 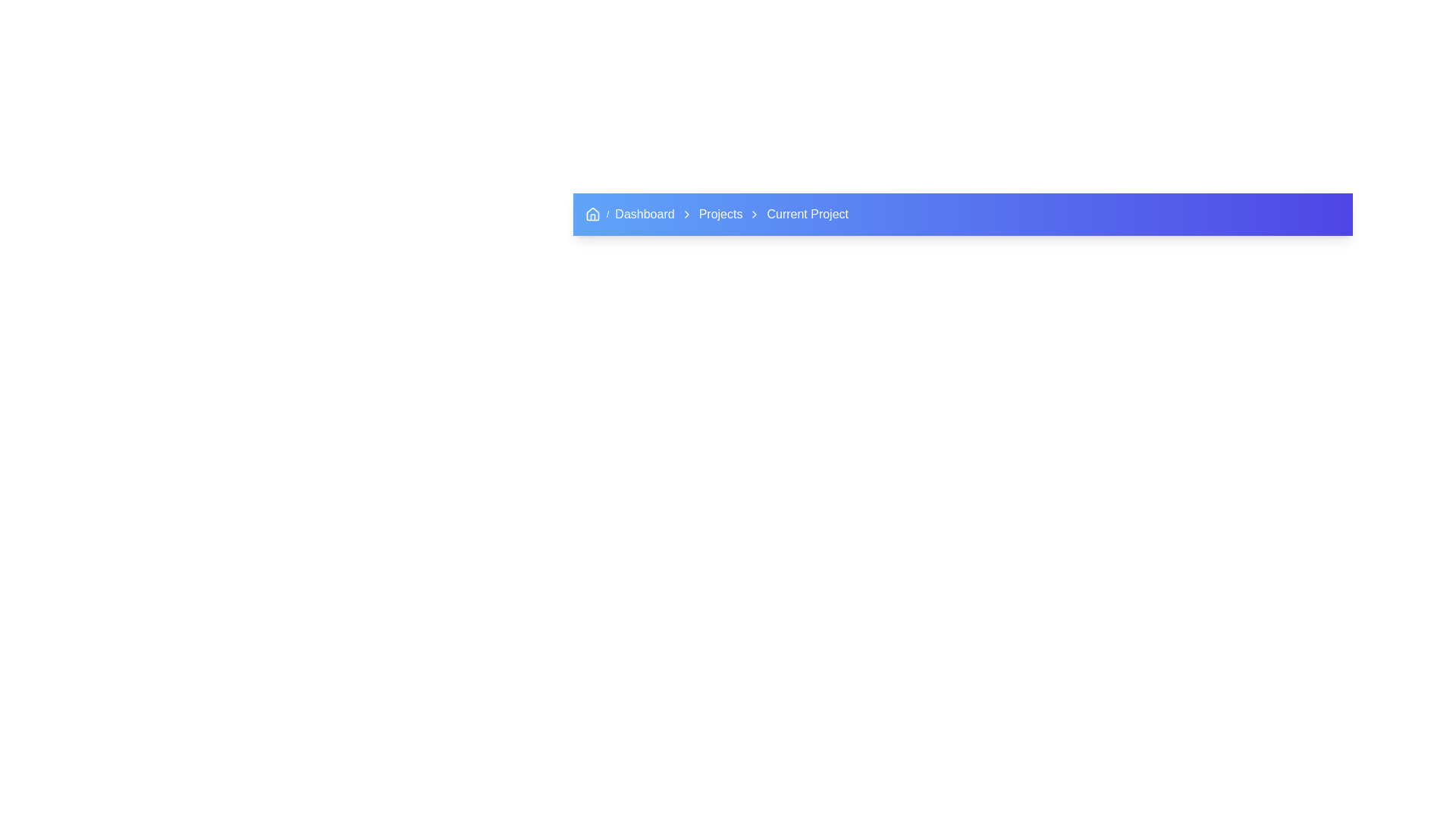 What do you see at coordinates (720, 214) in the screenshot?
I see `the third interactive hyperlink in the breadcrumb navigation bar` at bounding box center [720, 214].